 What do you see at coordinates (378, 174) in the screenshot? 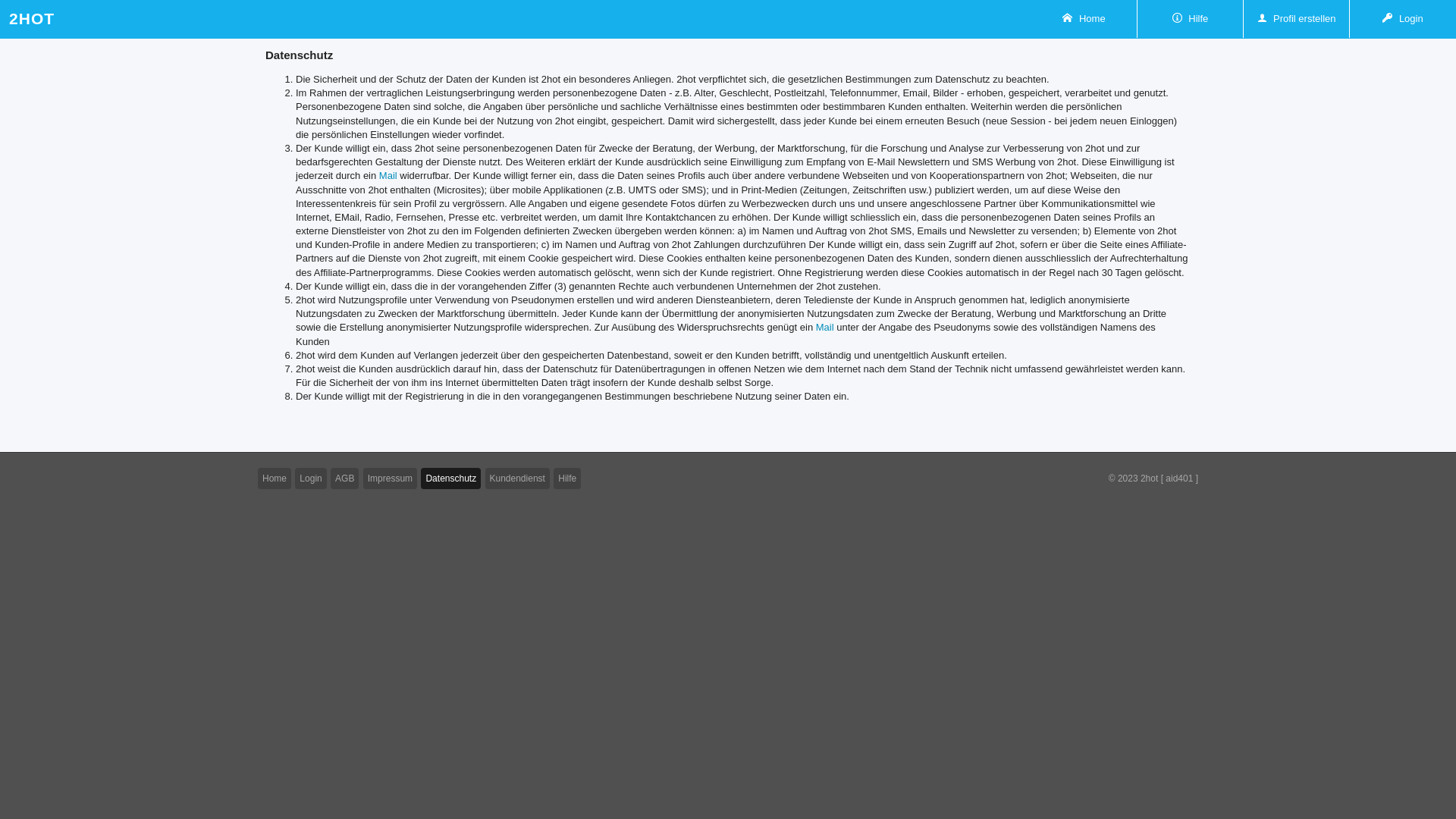
I see `'Mail'` at bounding box center [378, 174].